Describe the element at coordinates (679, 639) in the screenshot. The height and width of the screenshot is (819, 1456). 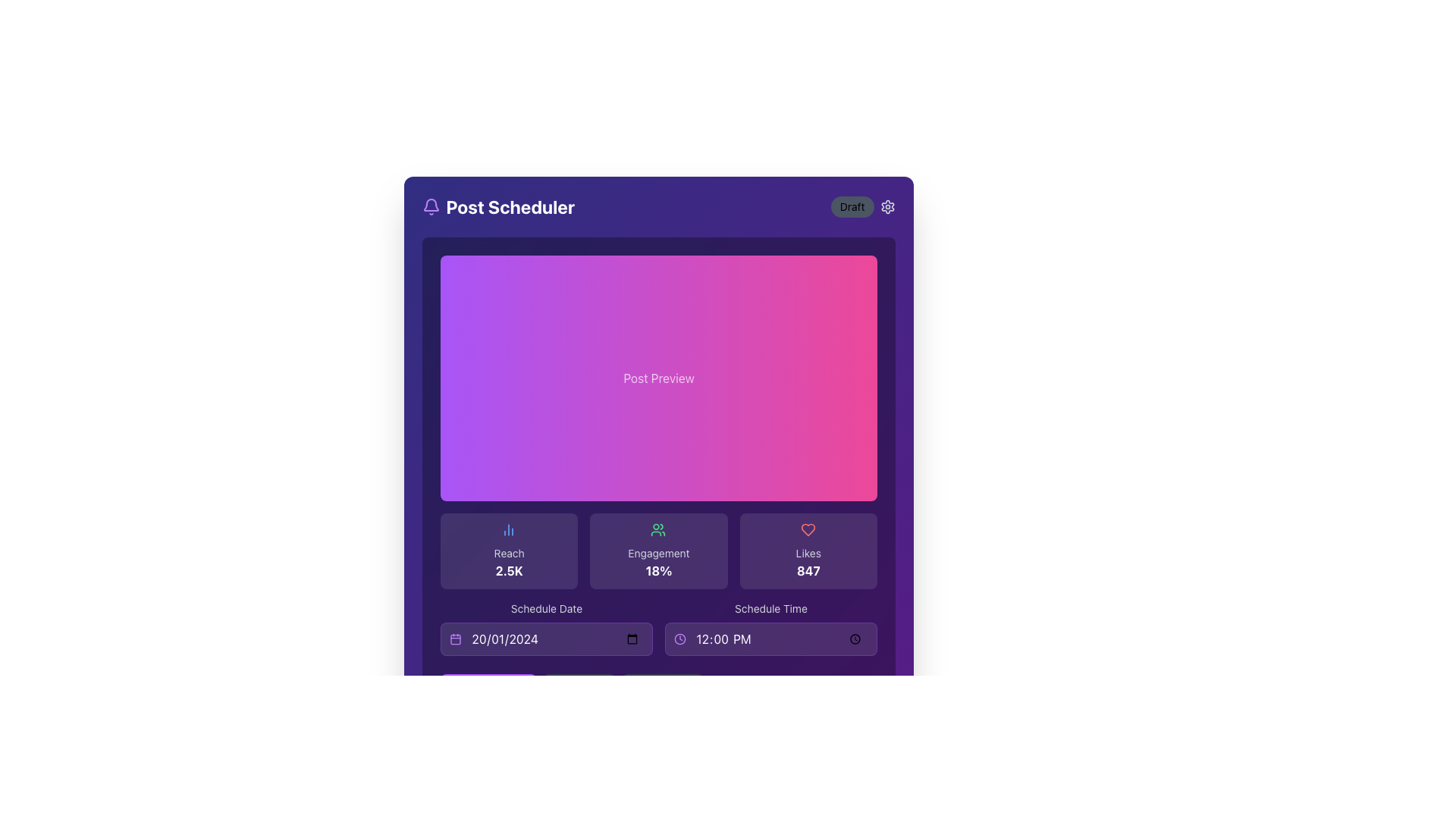
I see `the clock icon located to the left of the time input field in the 'Schedule Time' section at the bottom-right of the interface` at that location.